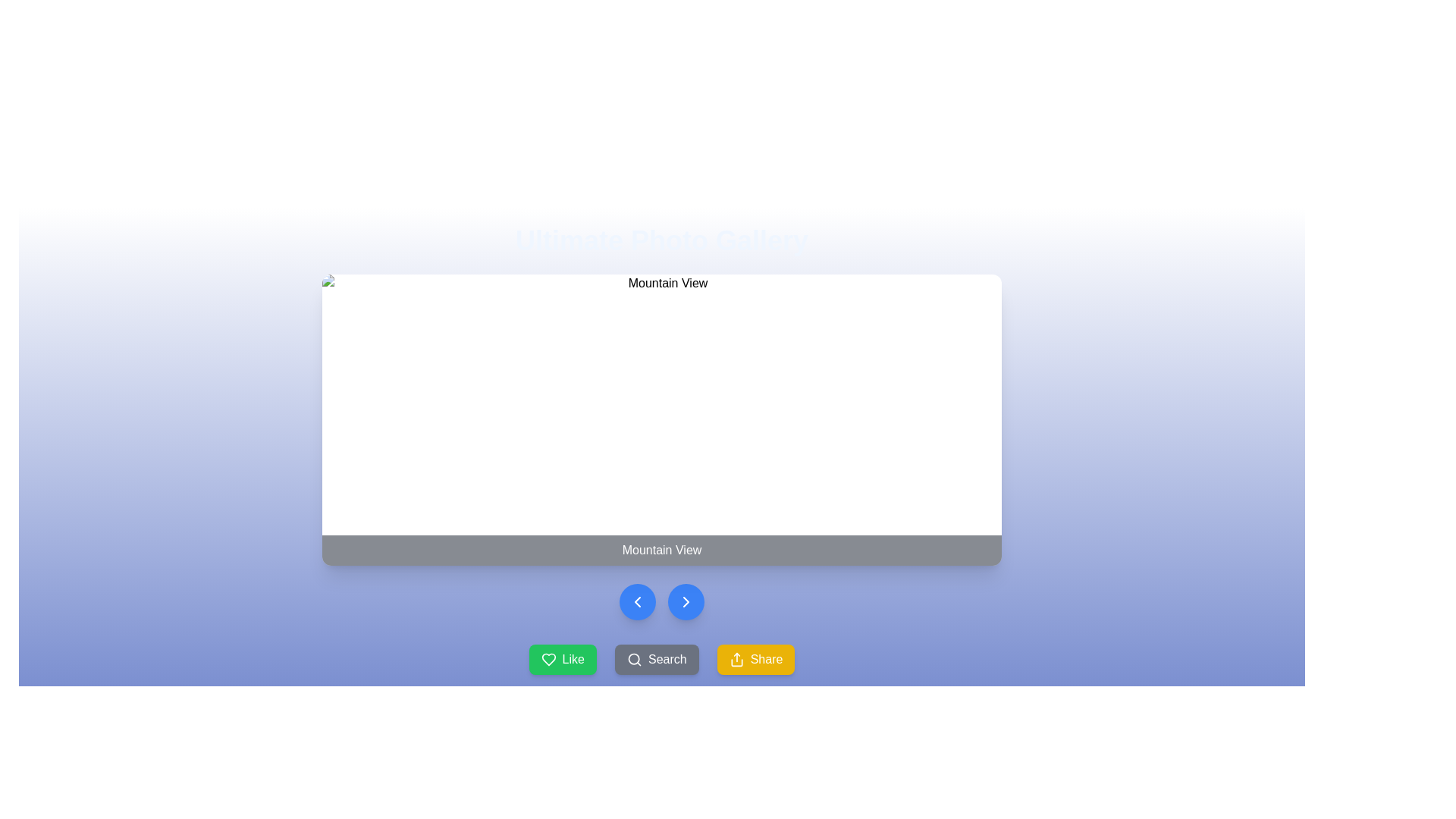 The height and width of the screenshot is (819, 1456). Describe the element at coordinates (634, 658) in the screenshot. I see `the graphical vector element (circle) that is part of the search icon, functioning as a visual indicator for search functionality` at that location.